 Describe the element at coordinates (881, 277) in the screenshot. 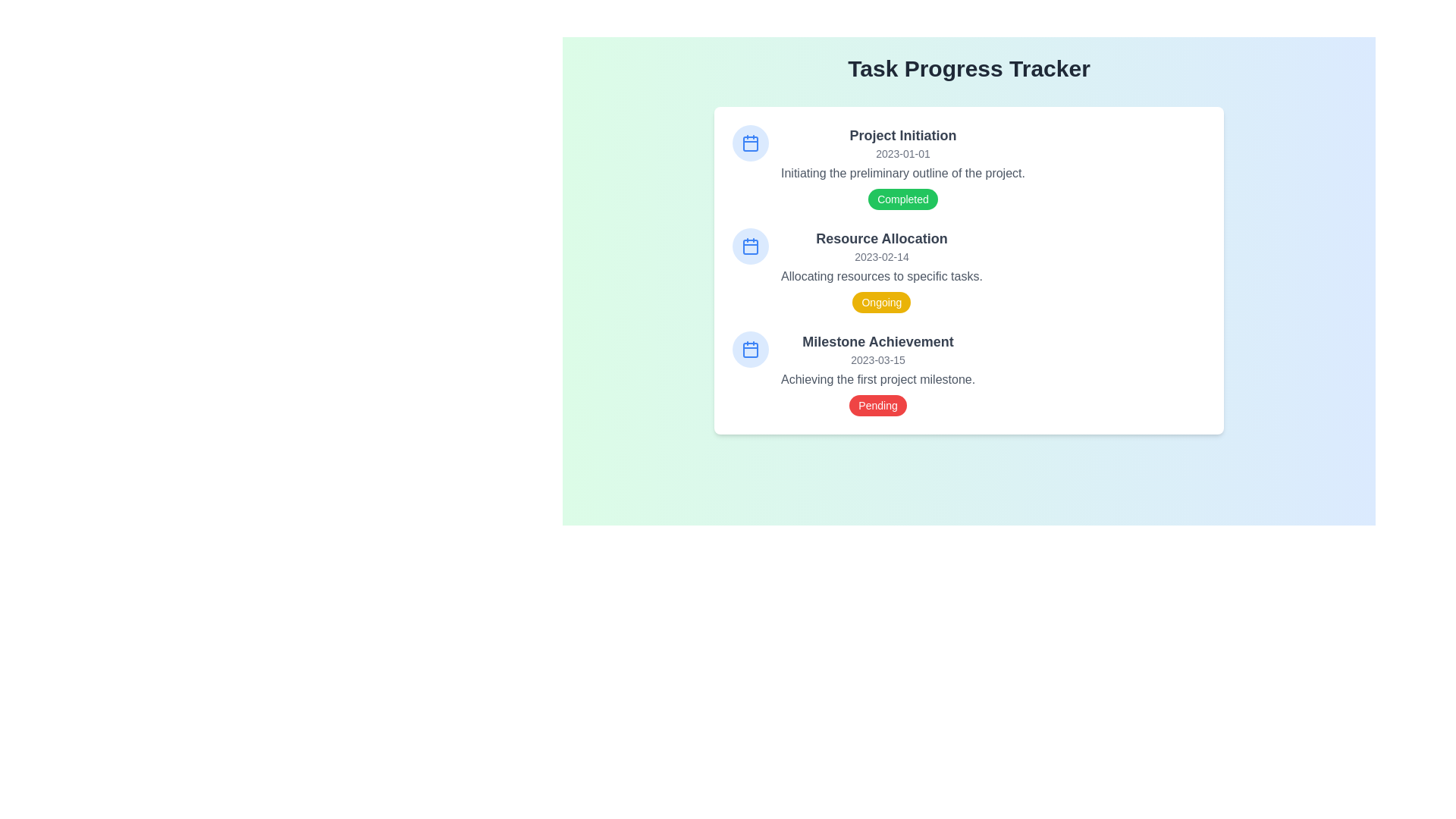

I see `the descriptive text element that provides context for the resource allocation task, located under the title 'Resource Allocation' and above the 'Ongoing' status label` at that location.